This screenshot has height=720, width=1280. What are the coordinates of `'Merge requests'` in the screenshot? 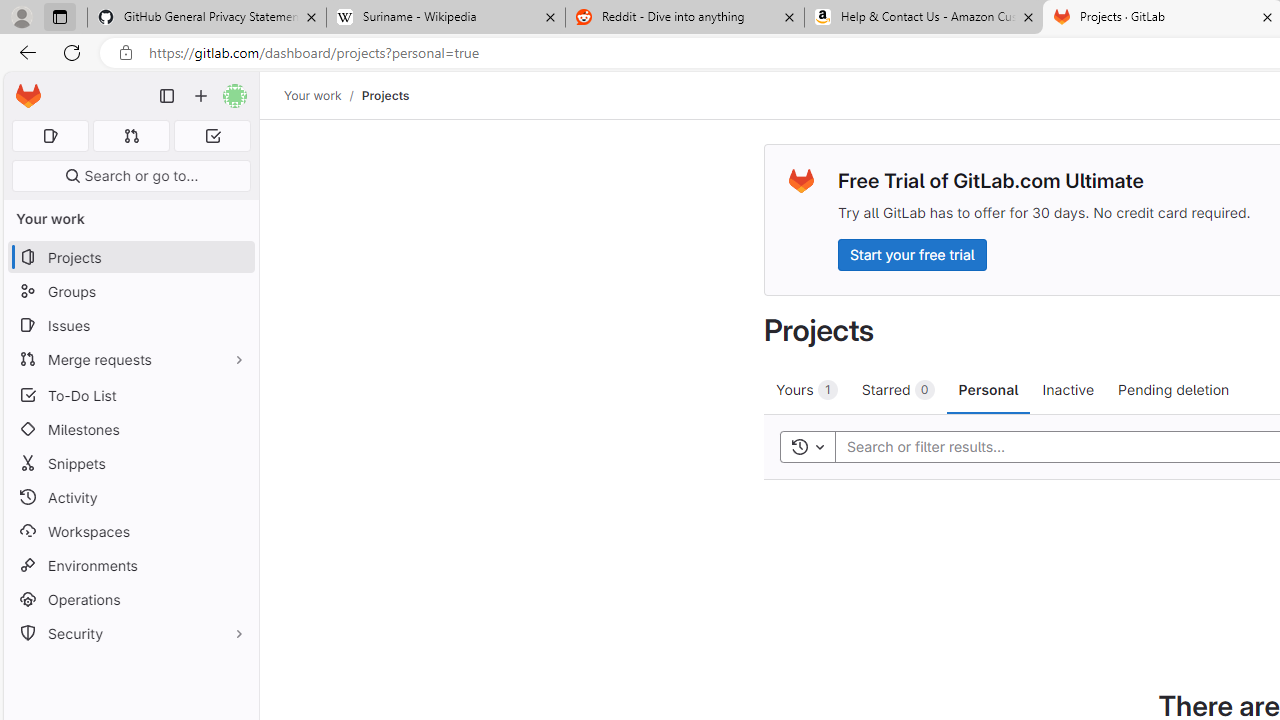 It's located at (130, 358).